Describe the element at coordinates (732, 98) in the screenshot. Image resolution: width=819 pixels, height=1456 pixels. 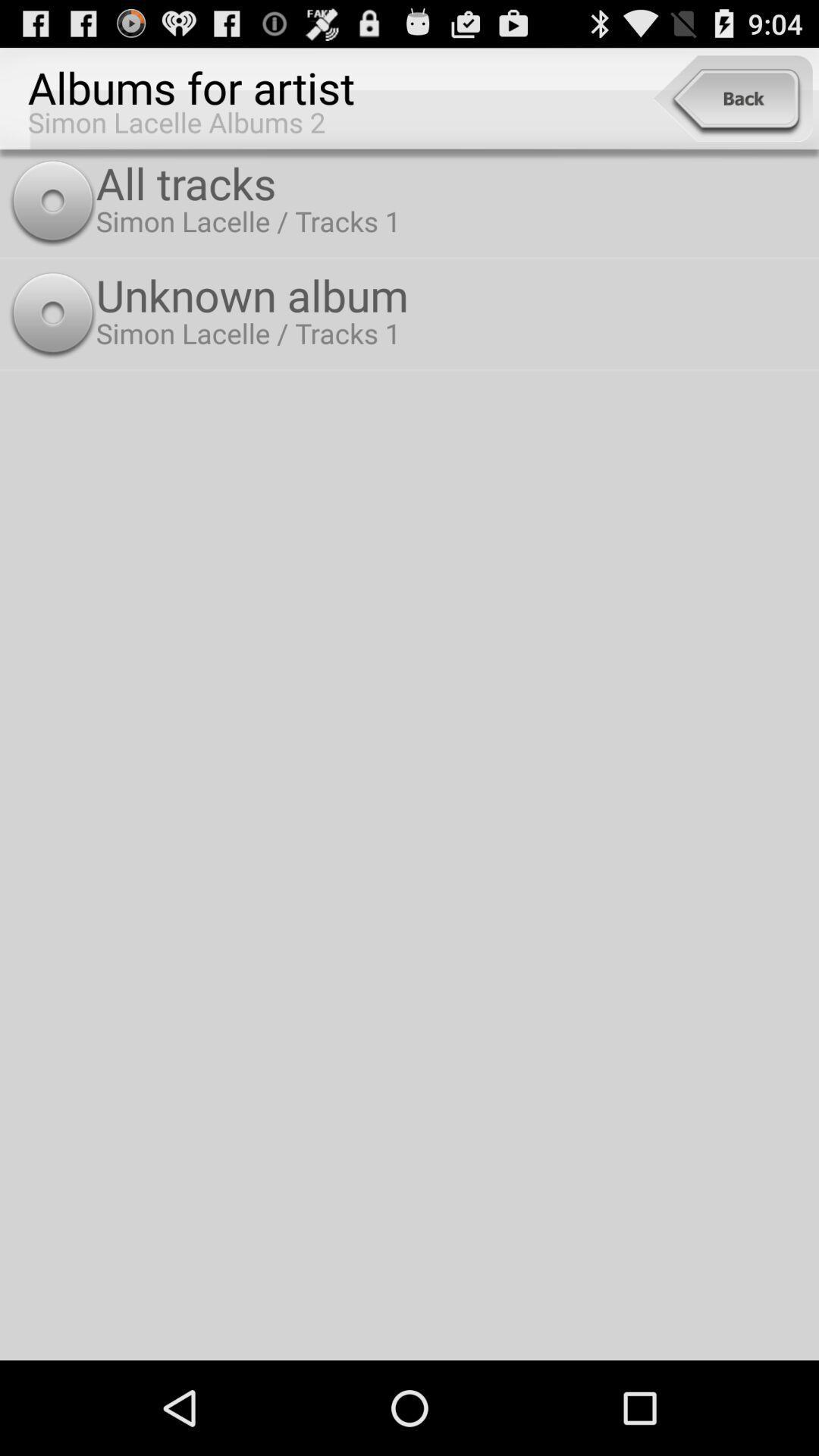
I see `the item next to the albums for artist icon` at that location.